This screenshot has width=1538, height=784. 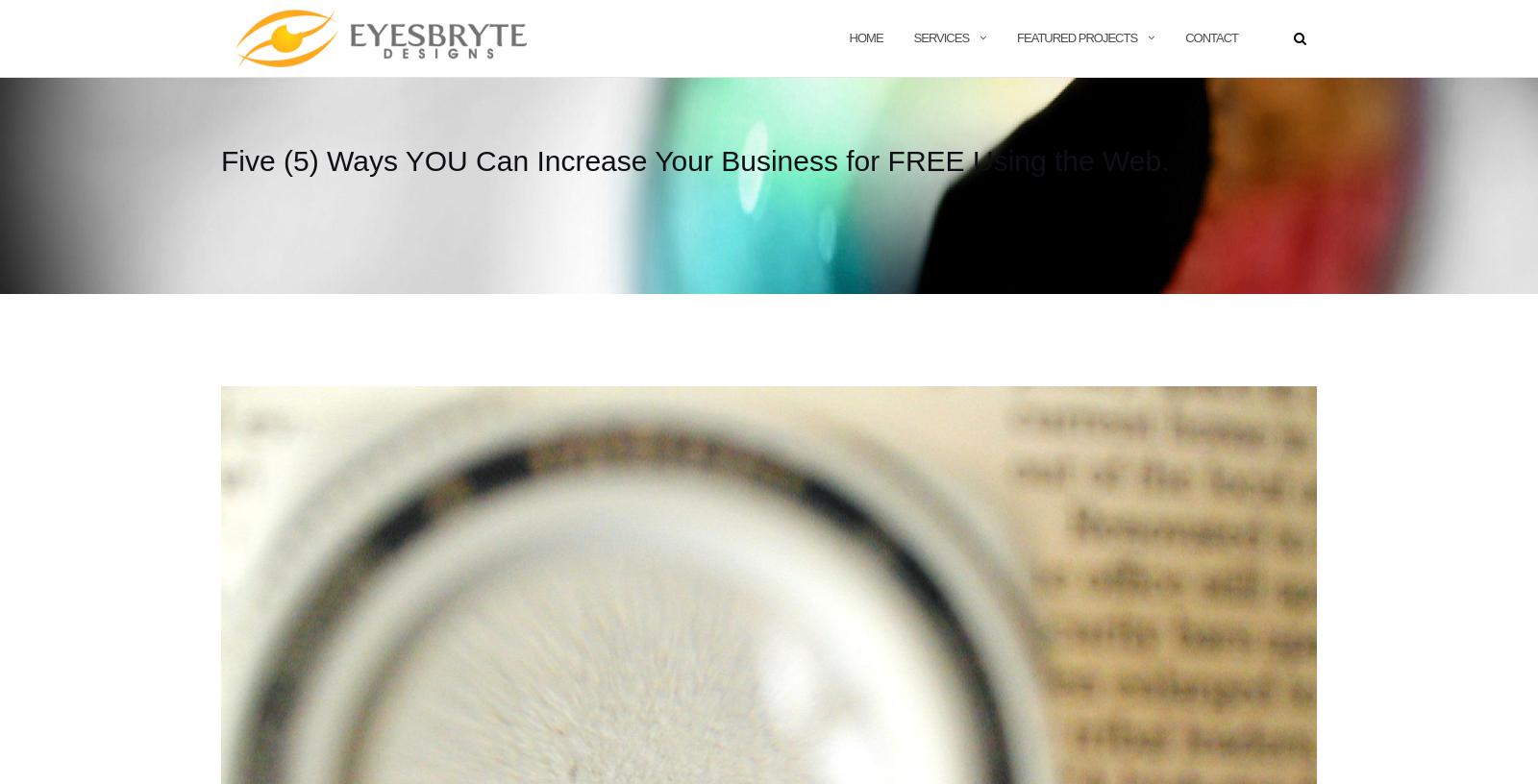 What do you see at coordinates (1210, 36) in the screenshot?
I see `'Contact'` at bounding box center [1210, 36].